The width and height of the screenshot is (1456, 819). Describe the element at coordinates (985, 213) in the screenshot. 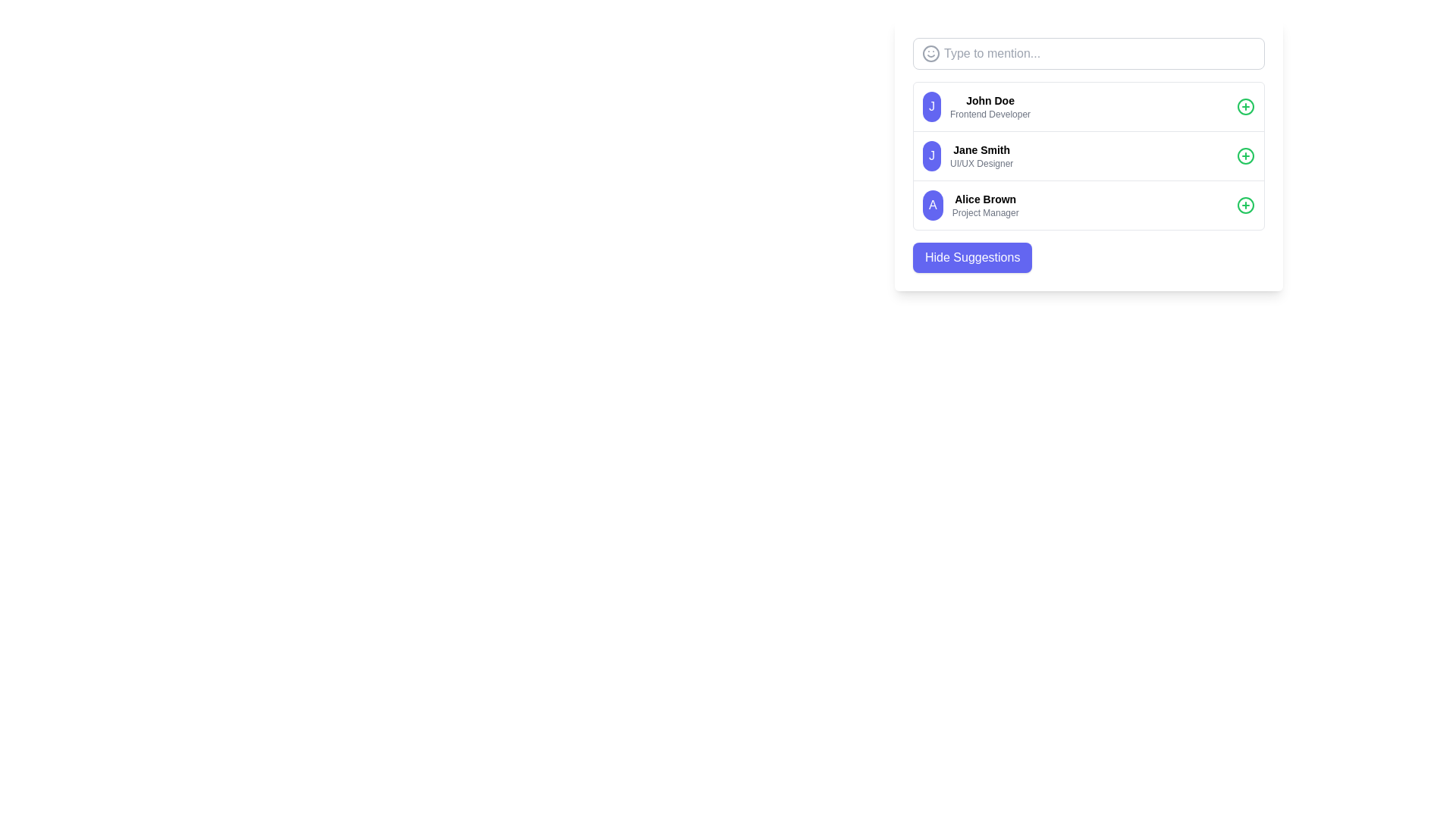

I see `the text label displaying 'Project Manager' which is located below 'Alice Brown' in the suggestion box` at that location.